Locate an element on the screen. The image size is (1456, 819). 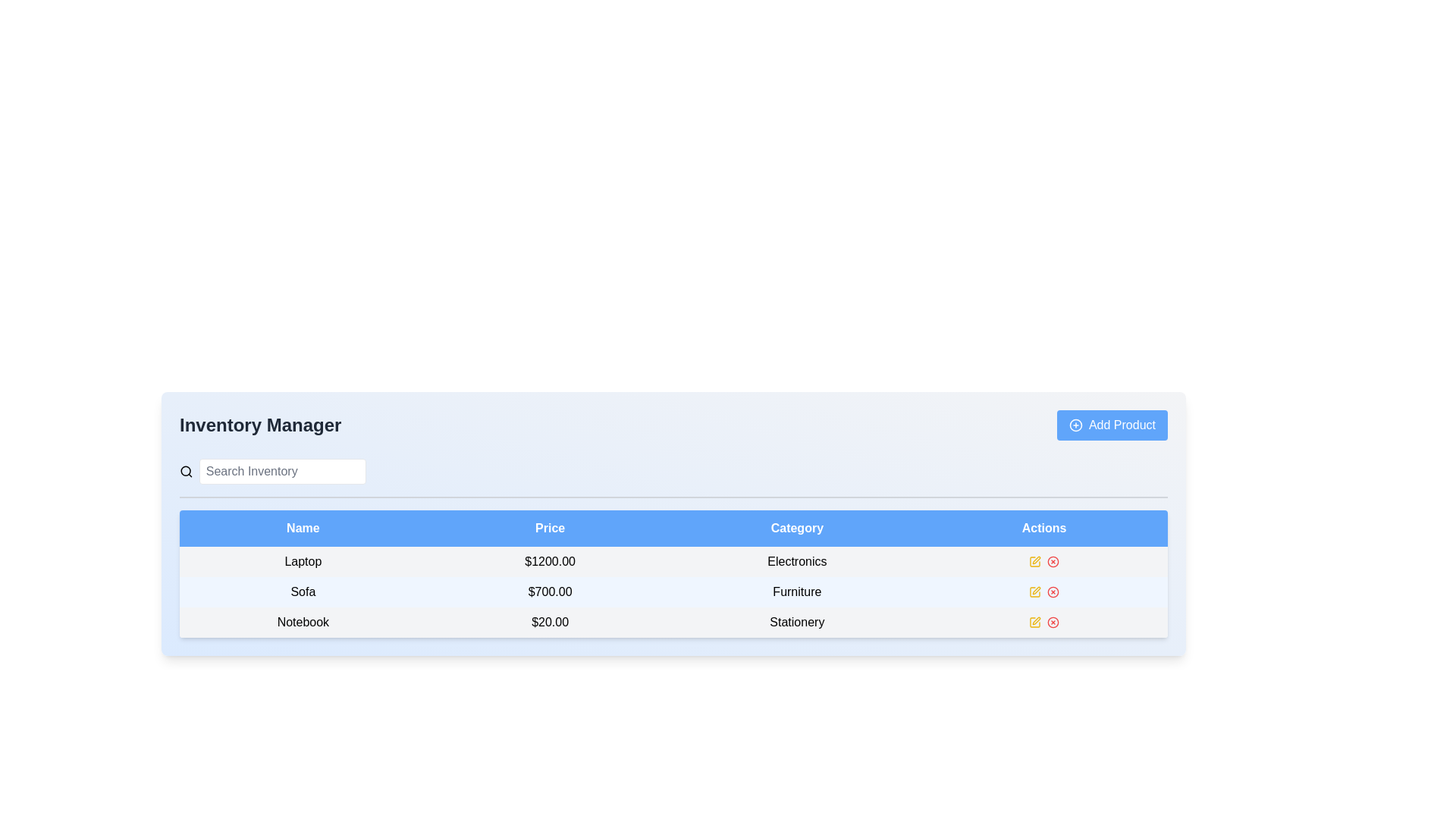
the edit button, styled in yellow, in the Row Action Control located in the Actions column of the first row, horizontally aligned with the Electronics category entry is located at coordinates (1043, 561).